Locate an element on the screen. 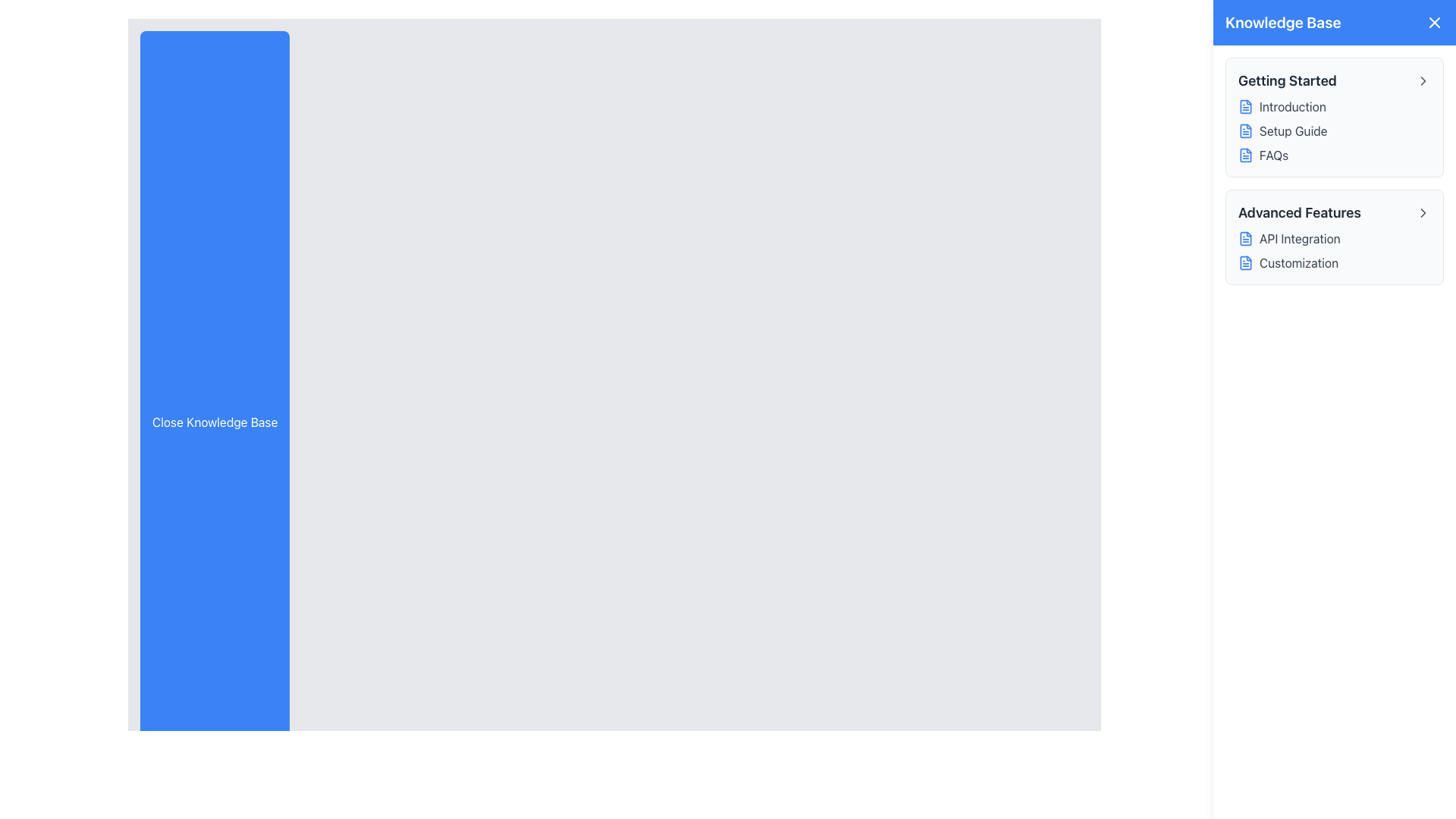 Image resolution: width=1456 pixels, height=819 pixels. the chevron icon button, which is positioned to the right of the 'Getting Started' header text is located at coordinates (1422, 81).